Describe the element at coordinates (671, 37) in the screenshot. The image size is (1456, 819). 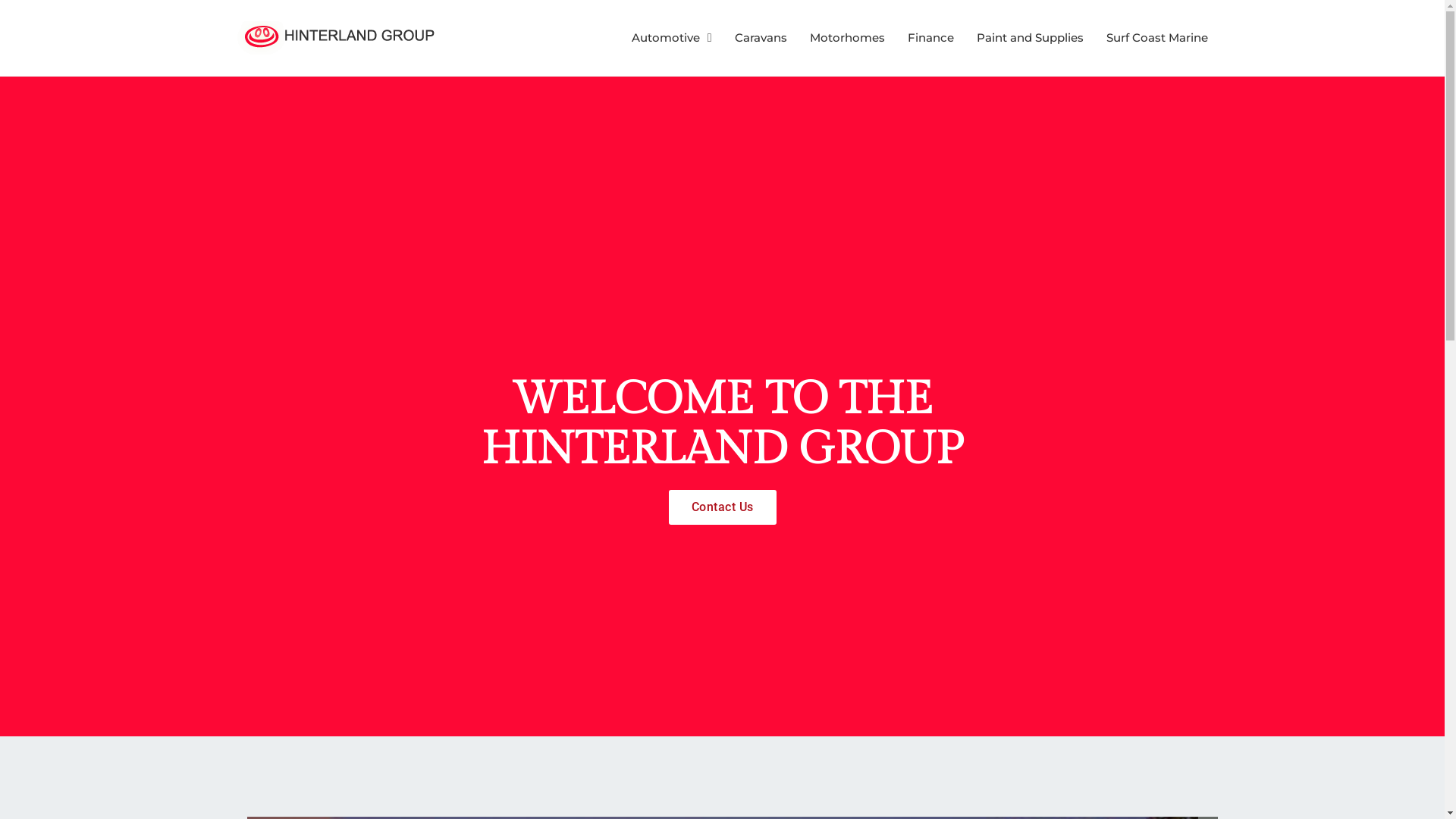
I see `'Automotive'` at that location.